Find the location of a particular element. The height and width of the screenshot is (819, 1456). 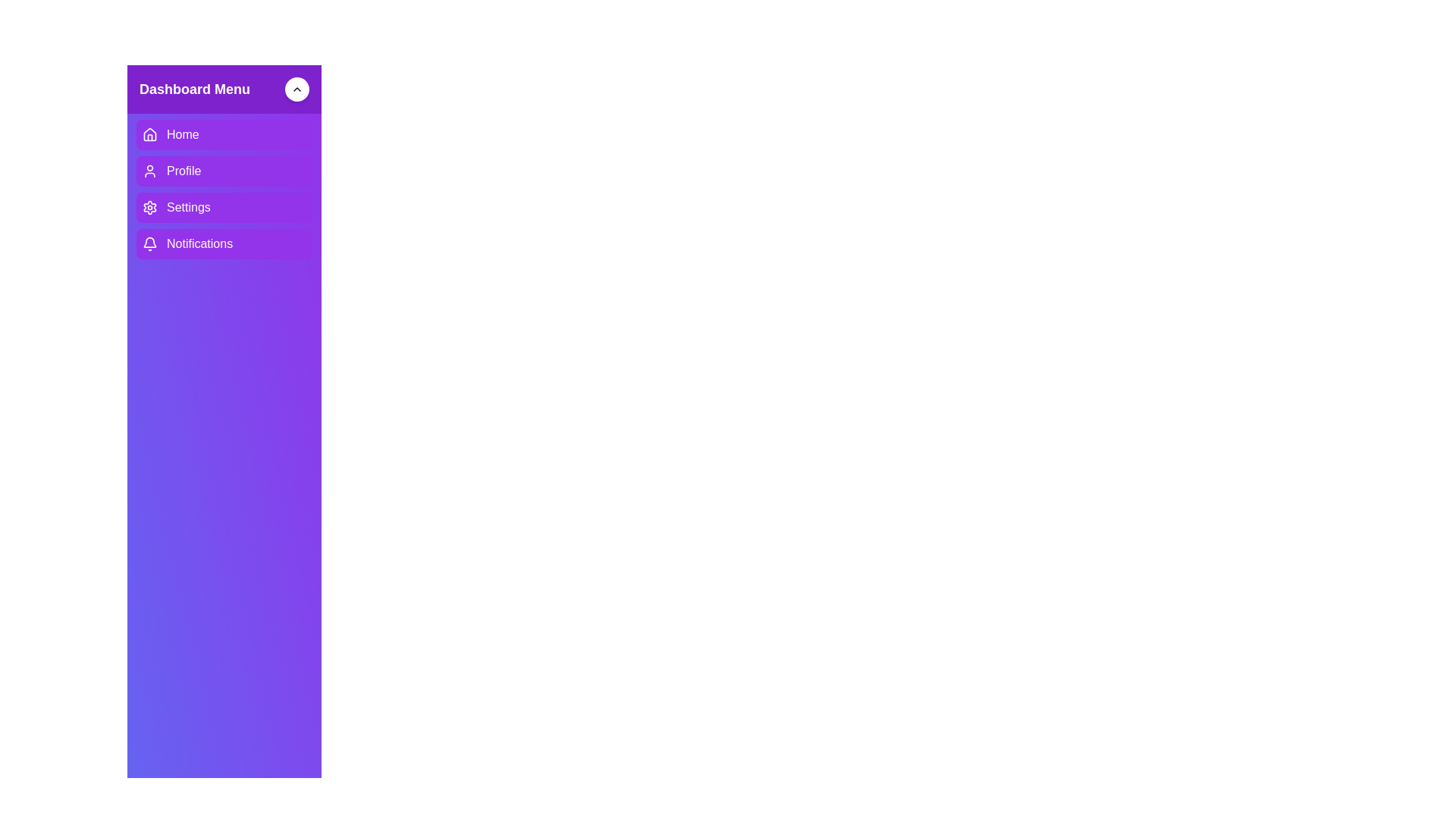

the gear icon, styled with a purple and white color theme, located on a purple background in the third row of the main menu to the left of the 'Settings' label for tooltip or highlight is located at coordinates (149, 207).